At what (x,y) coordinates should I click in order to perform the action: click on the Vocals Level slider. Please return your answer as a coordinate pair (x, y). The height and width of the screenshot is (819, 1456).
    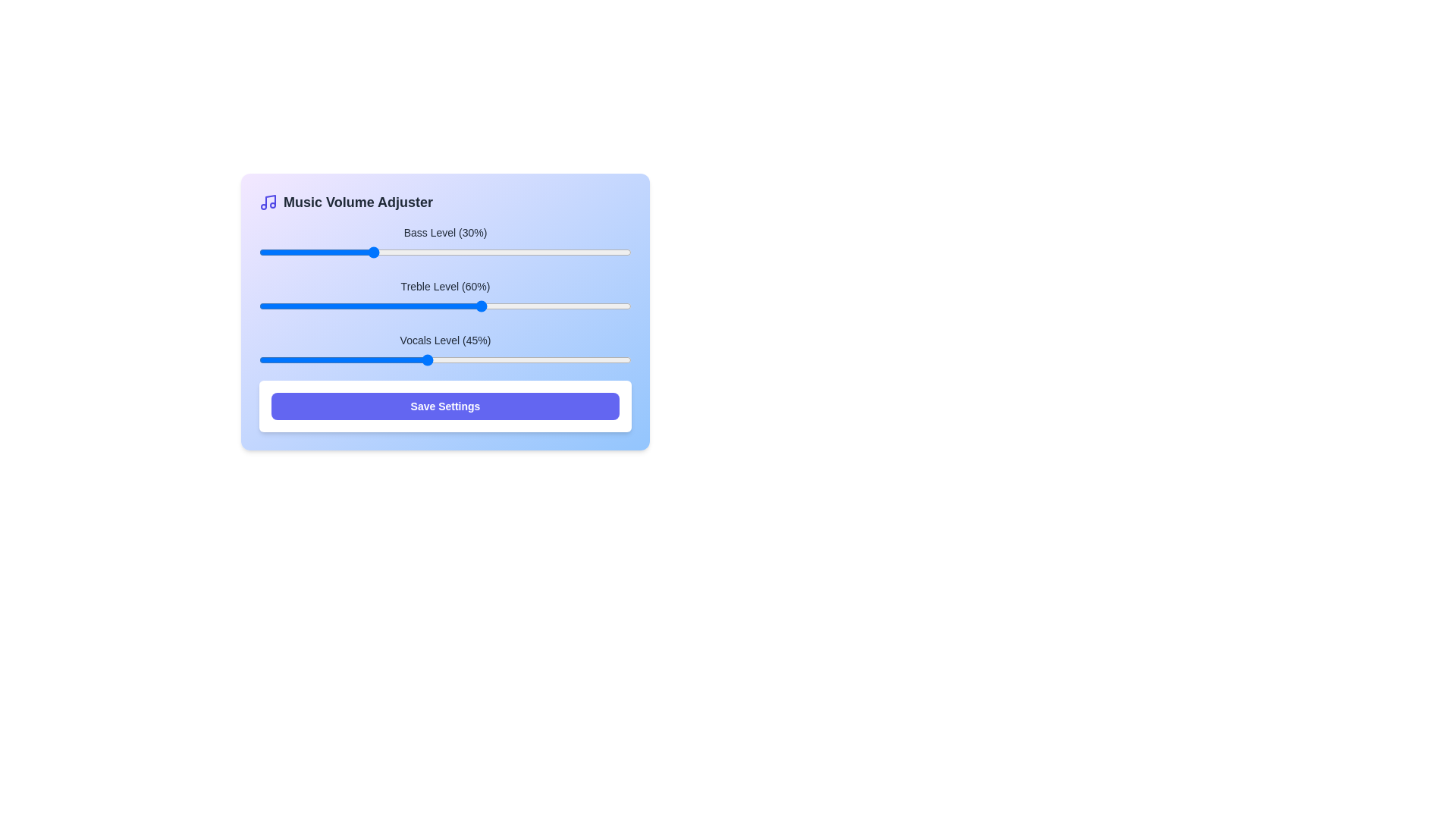
    Looking at the image, I should click on (325, 359).